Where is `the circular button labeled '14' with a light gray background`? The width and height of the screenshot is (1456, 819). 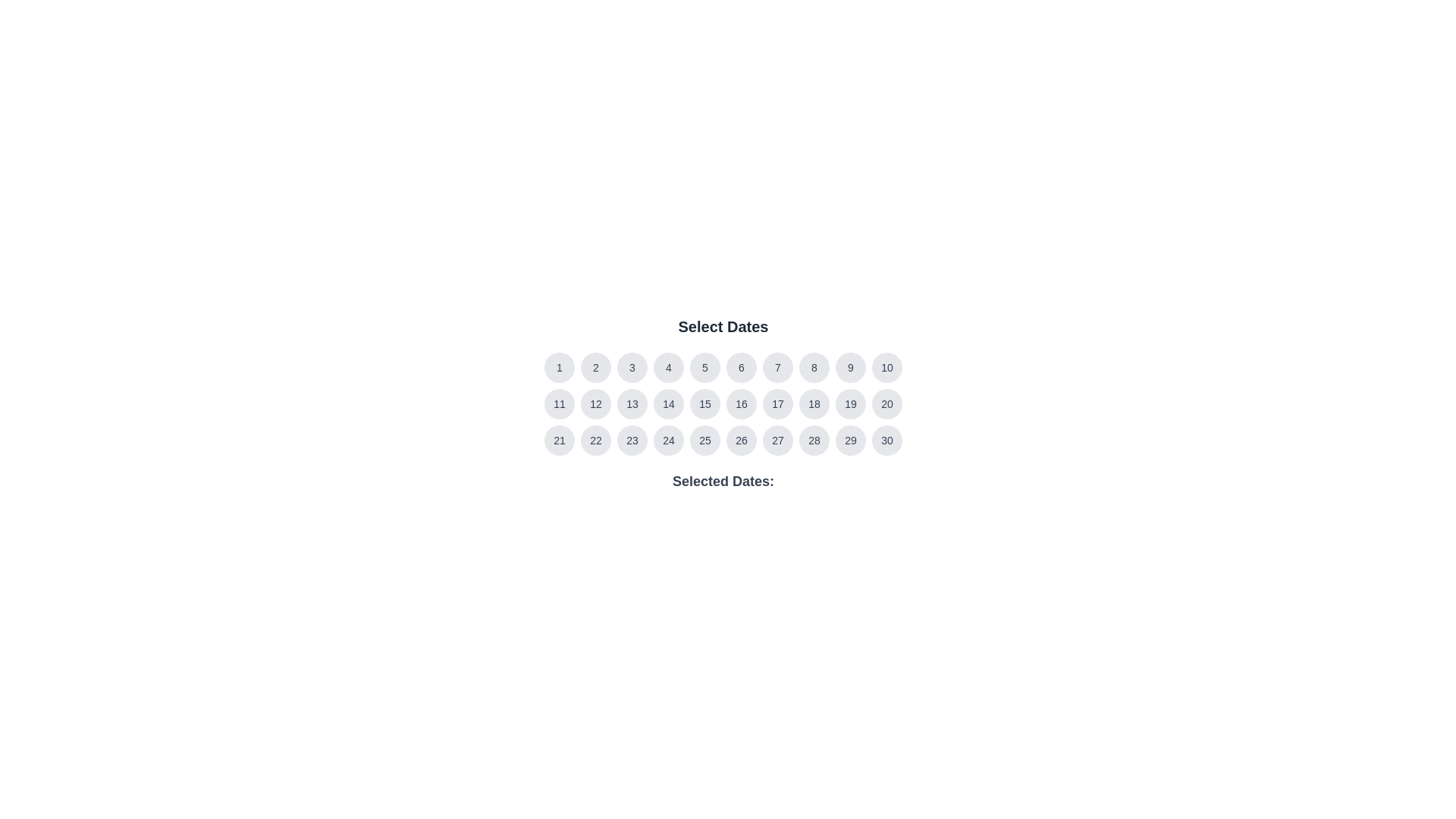 the circular button labeled '14' with a light gray background is located at coordinates (668, 403).